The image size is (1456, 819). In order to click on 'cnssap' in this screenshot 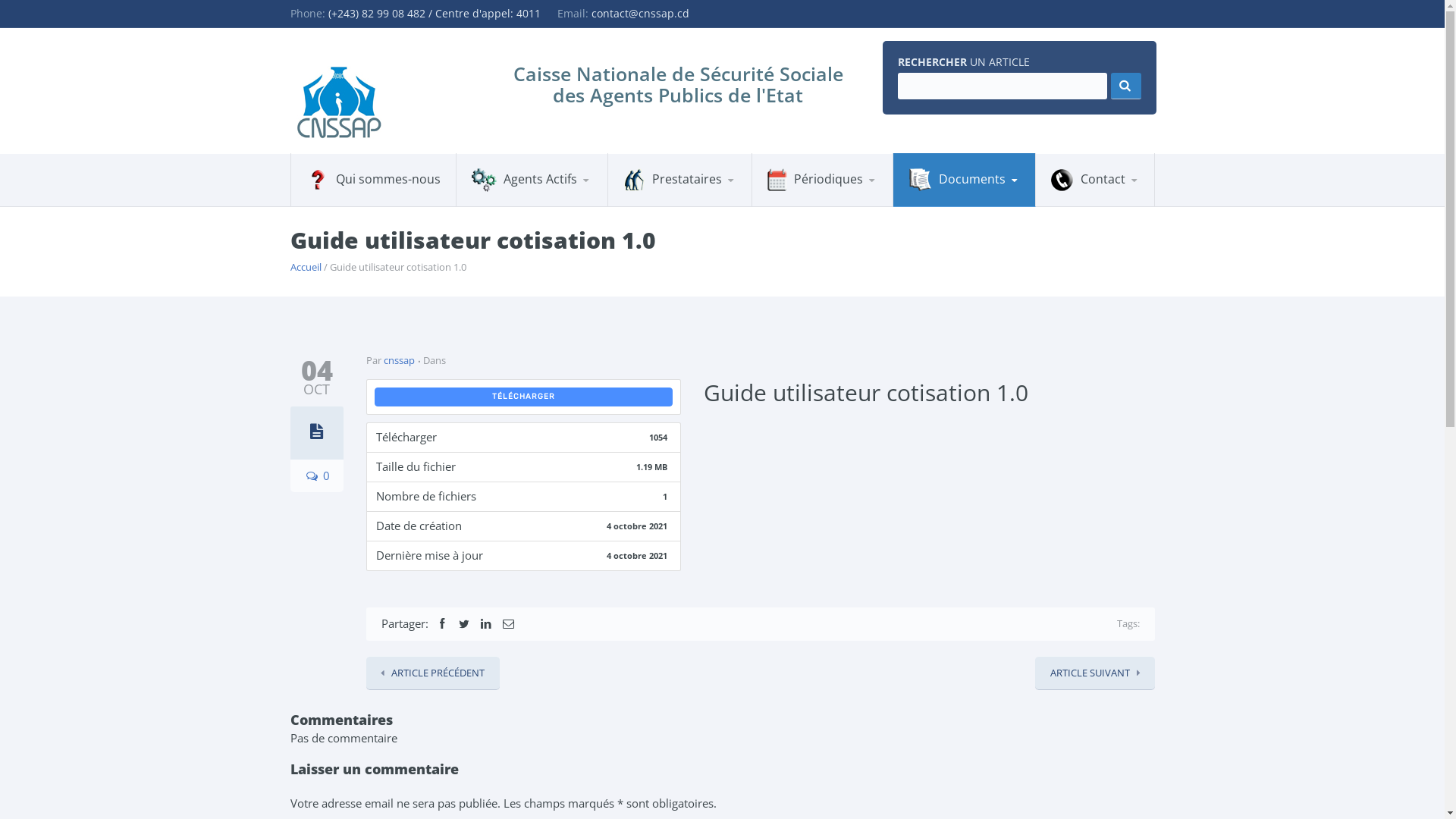, I will do `click(399, 359)`.